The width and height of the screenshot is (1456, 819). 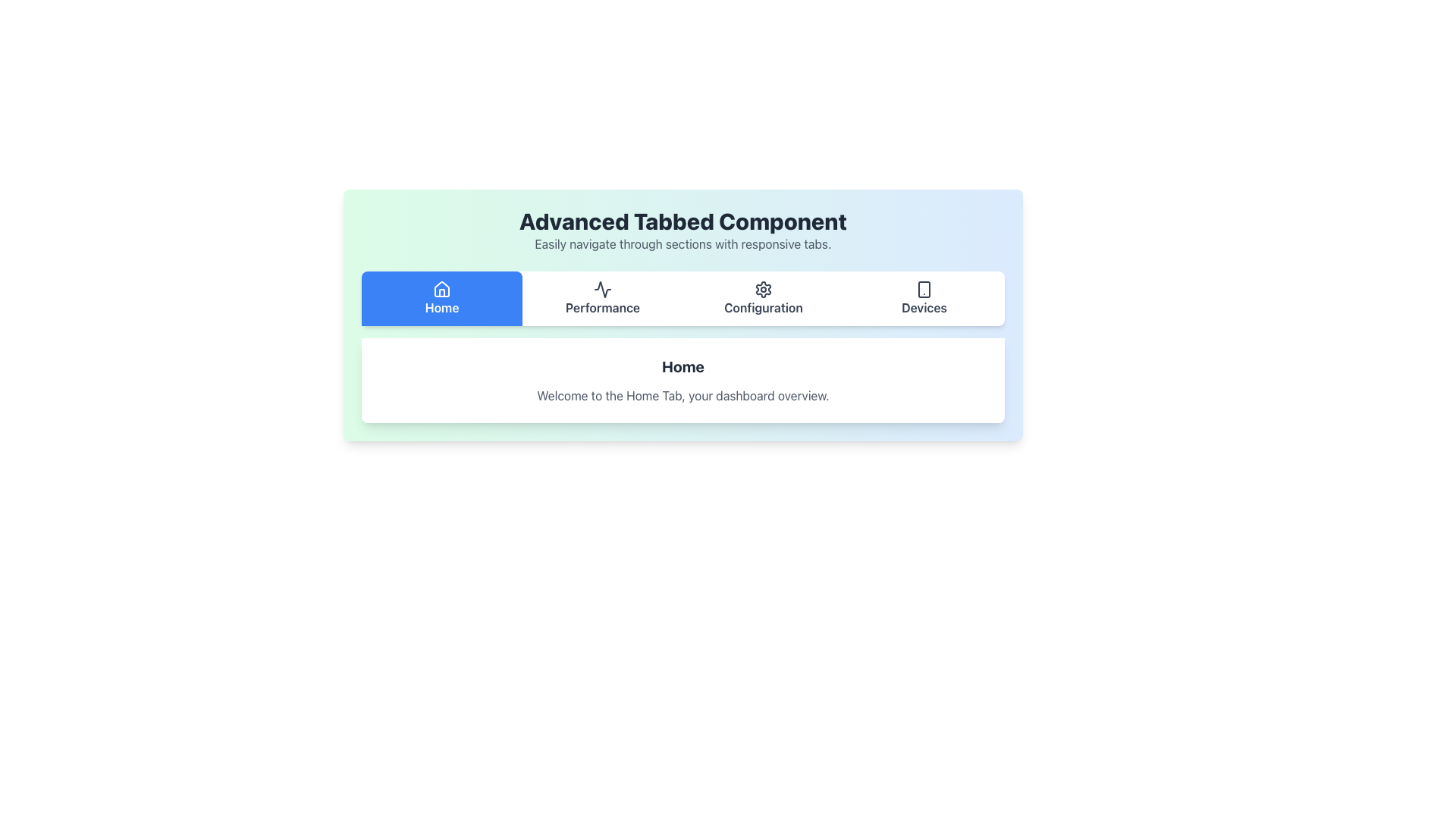 What do you see at coordinates (602, 298) in the screenshot?
I see `the 'Performance' tab button in the horizontal tab bar` at bounding box center [602, 298].